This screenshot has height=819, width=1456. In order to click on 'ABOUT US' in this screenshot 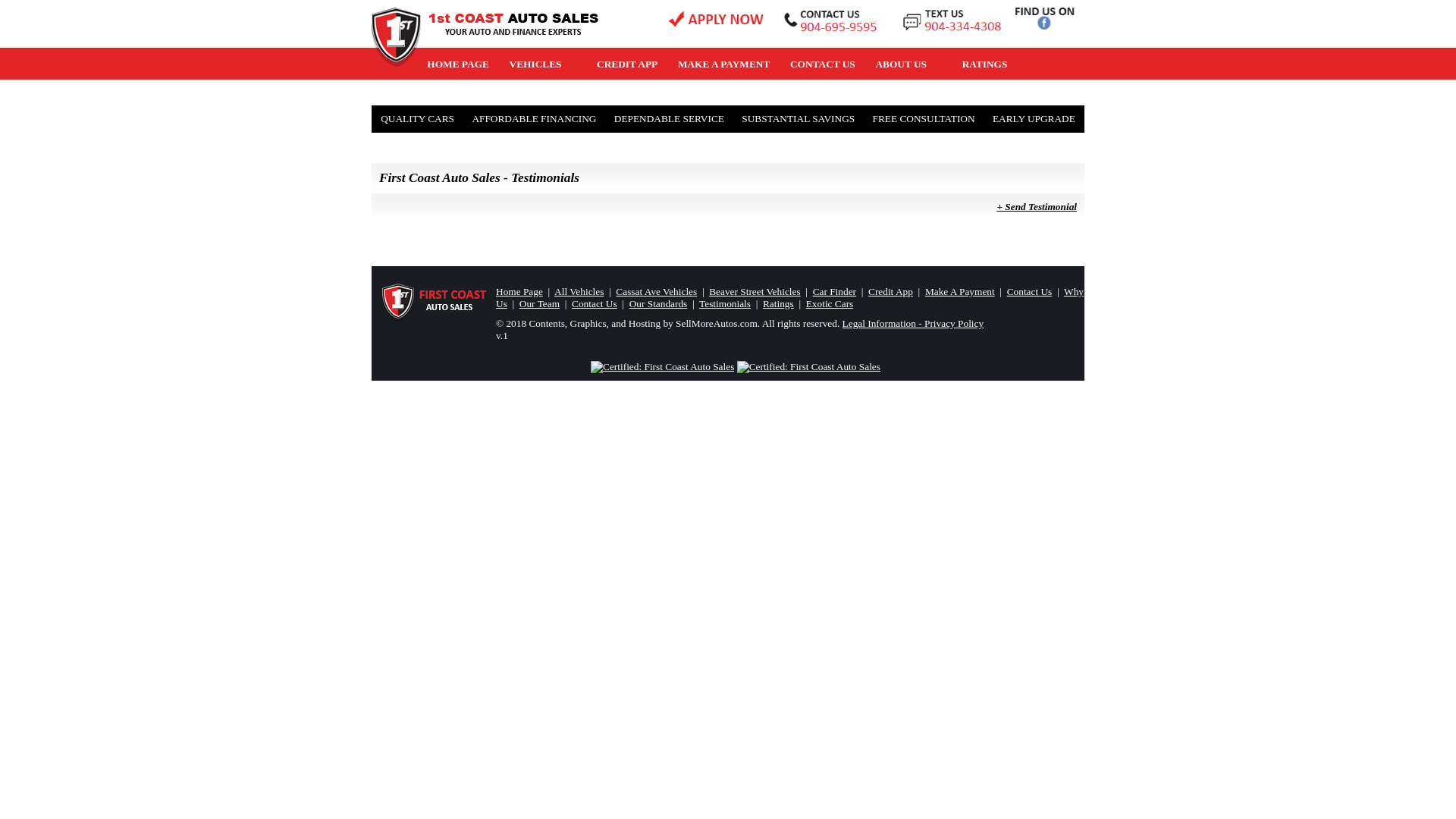, I will do `click(908, 63)`.